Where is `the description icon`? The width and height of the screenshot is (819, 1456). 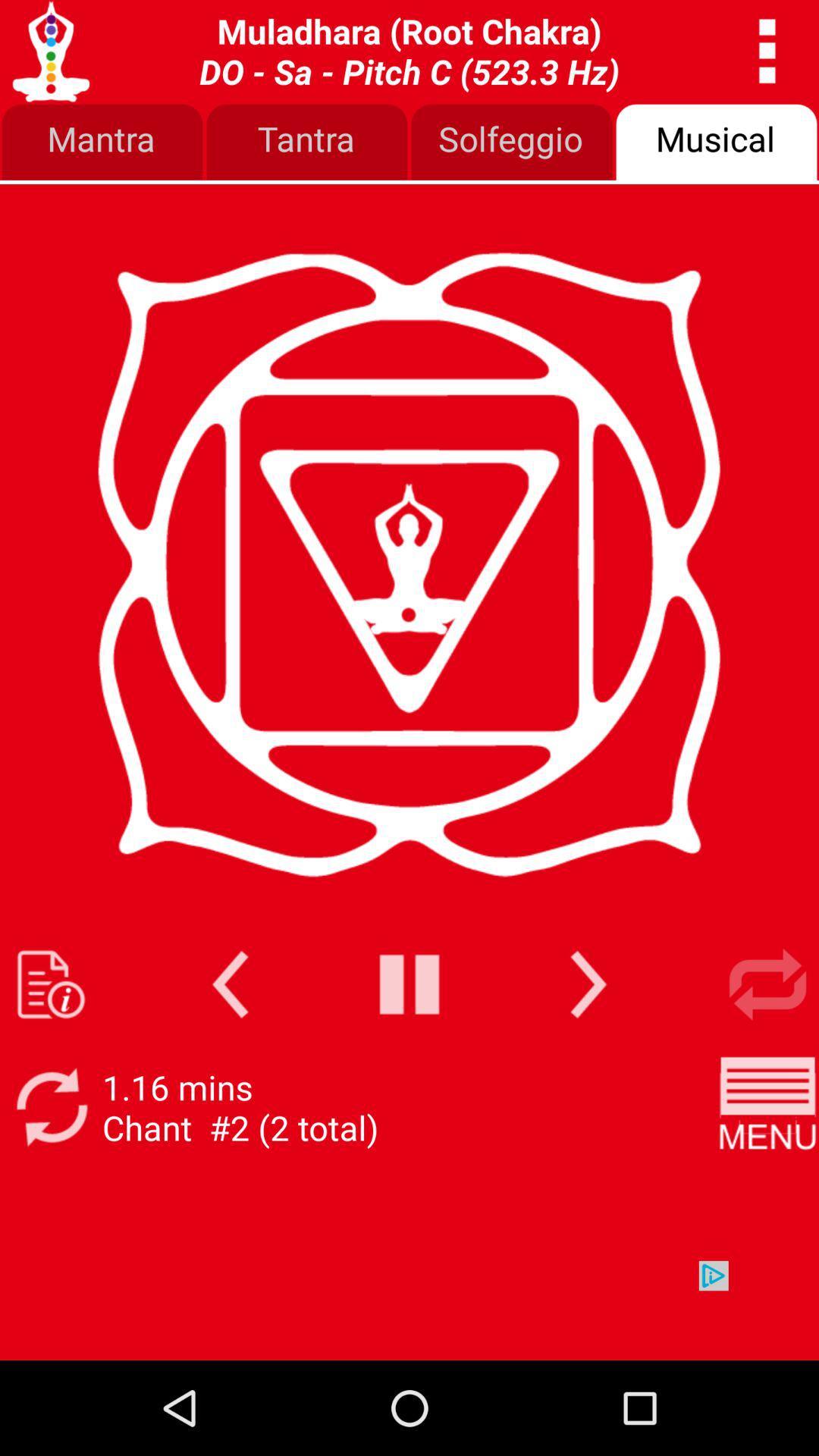
the description icon is located at coordinates (50, 1053).